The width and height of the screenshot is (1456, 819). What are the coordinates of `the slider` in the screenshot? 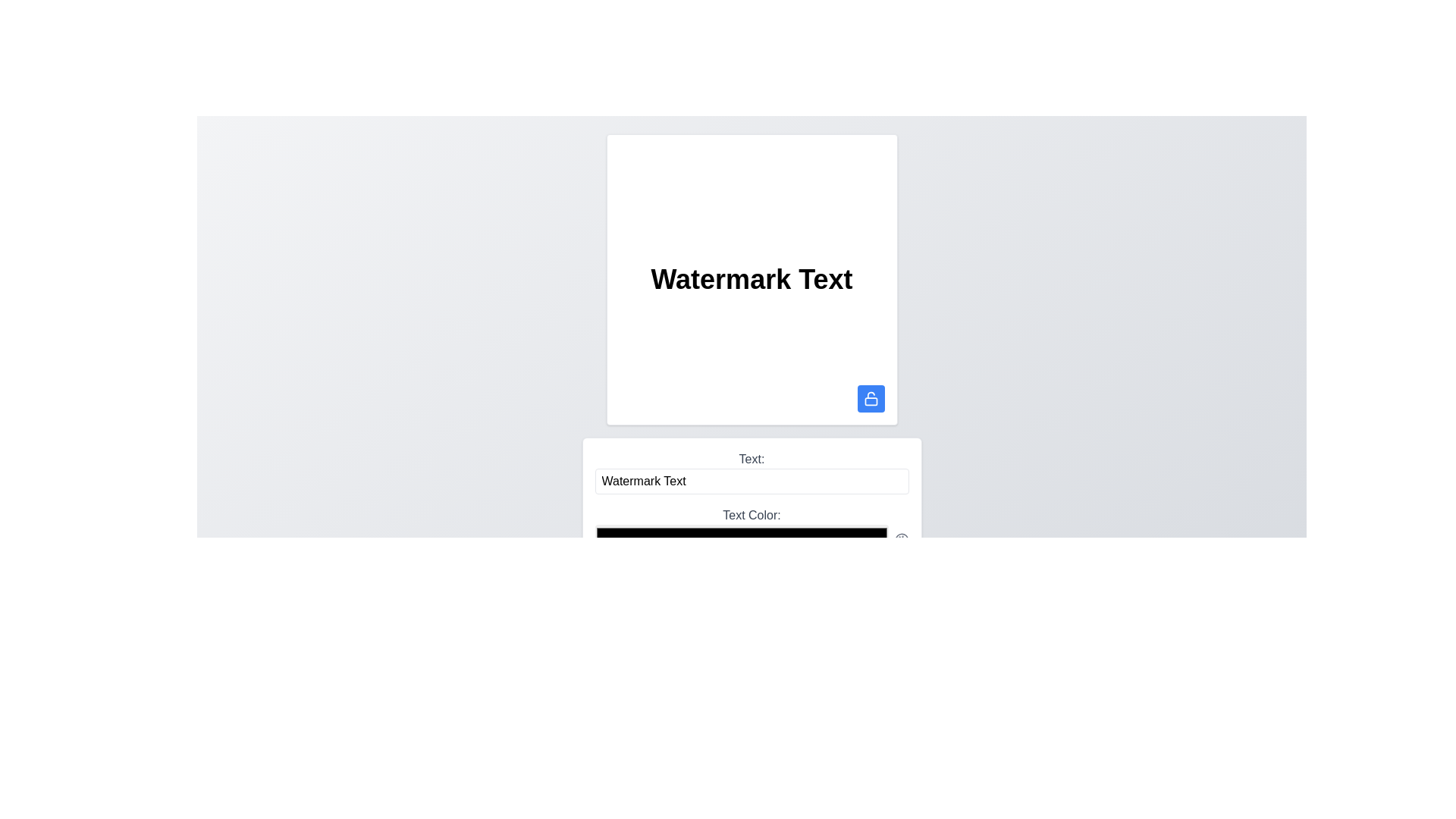 It's located at (684, 592).